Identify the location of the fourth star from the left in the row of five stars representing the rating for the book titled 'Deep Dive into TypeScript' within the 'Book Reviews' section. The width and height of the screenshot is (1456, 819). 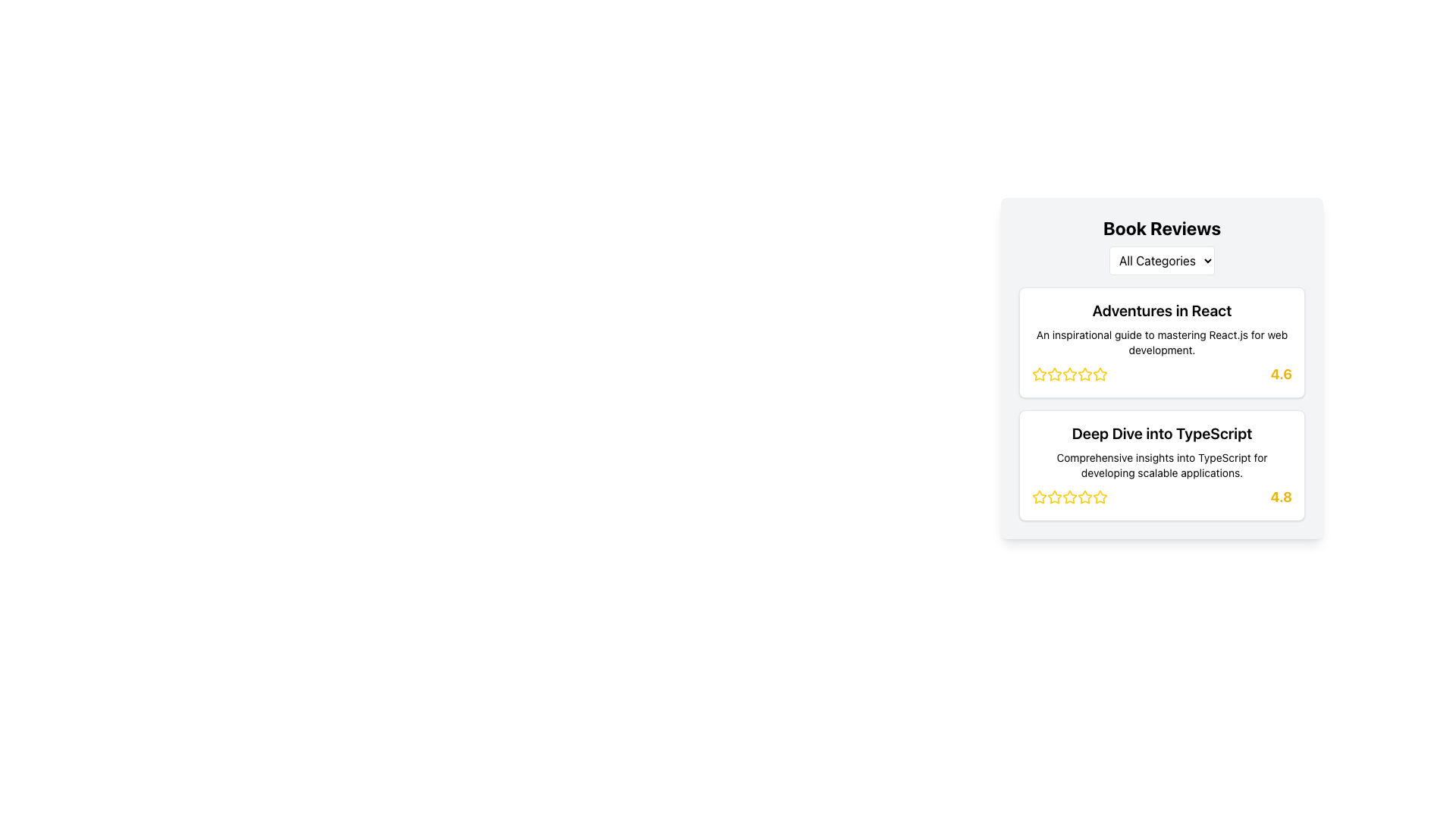
(1100, 497).